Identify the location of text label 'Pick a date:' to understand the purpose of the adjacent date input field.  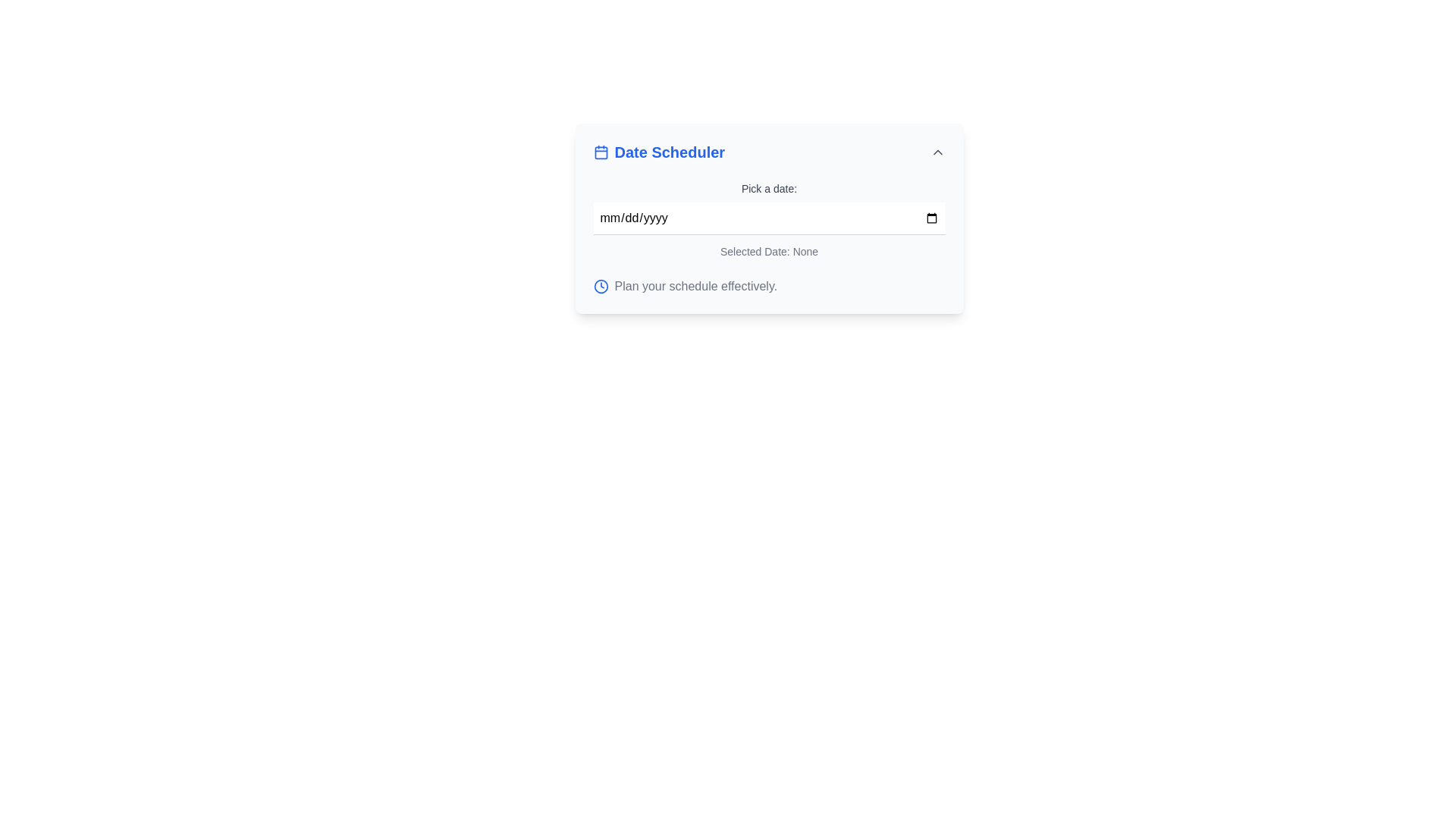
(769, 188).